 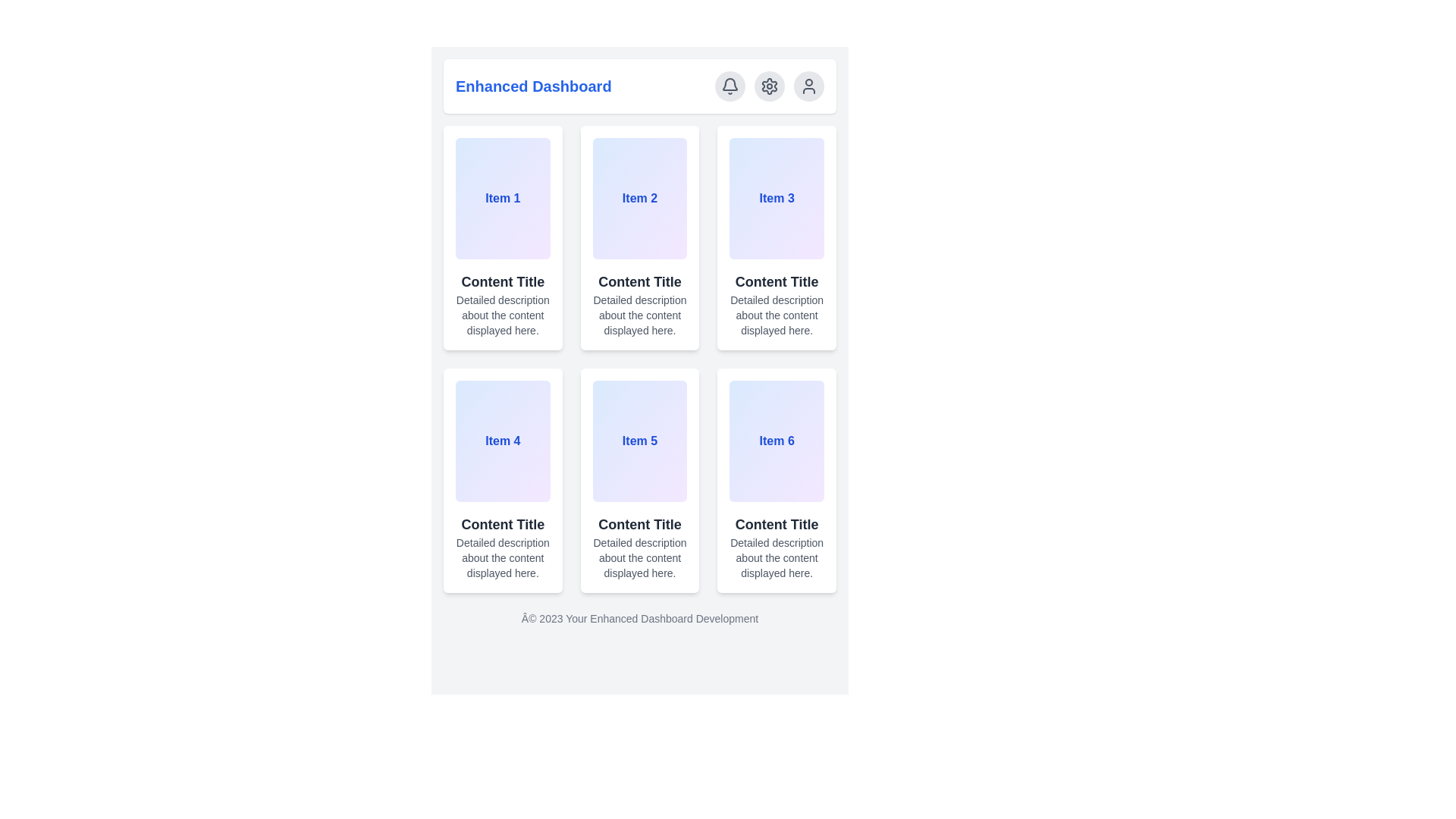 What do you see at coordinates (640, 480) in the screenshot?
I see `the information panel card displaying 'Item 5' in the Enhanced Dashboard section, located in the second row, middle column of the grid` at bounding box center [640, 480].